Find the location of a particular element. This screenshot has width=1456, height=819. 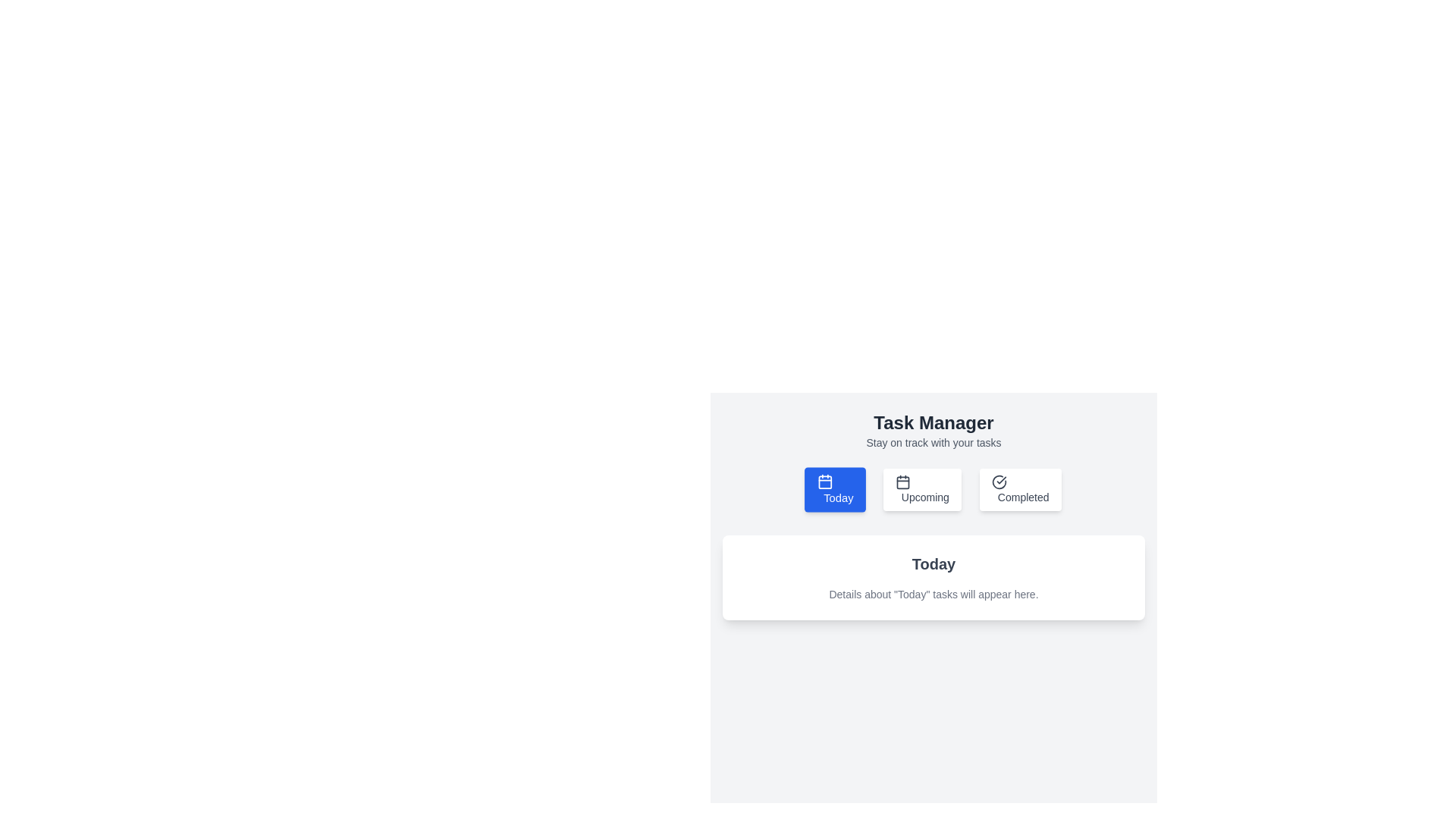

the 'Today' text label element, which is styled with a bold white font on a blue background and located inside the button labeled 'Today' in the top-left section of the interface is located at coordinates (838, 497).